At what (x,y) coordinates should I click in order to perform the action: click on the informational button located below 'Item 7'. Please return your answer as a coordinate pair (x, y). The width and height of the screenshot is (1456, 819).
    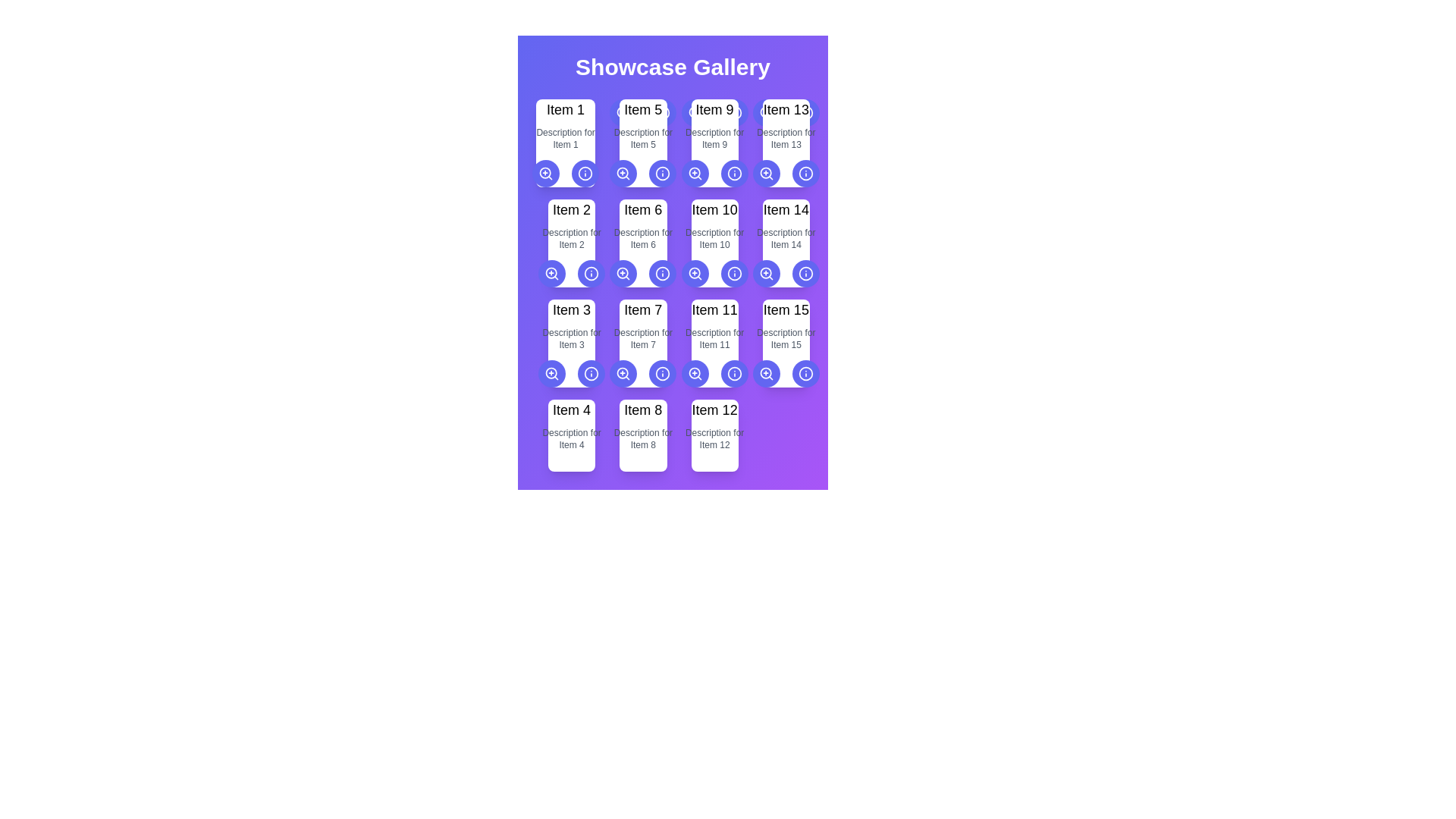
    Looking at the image, I should click on (663, 374).